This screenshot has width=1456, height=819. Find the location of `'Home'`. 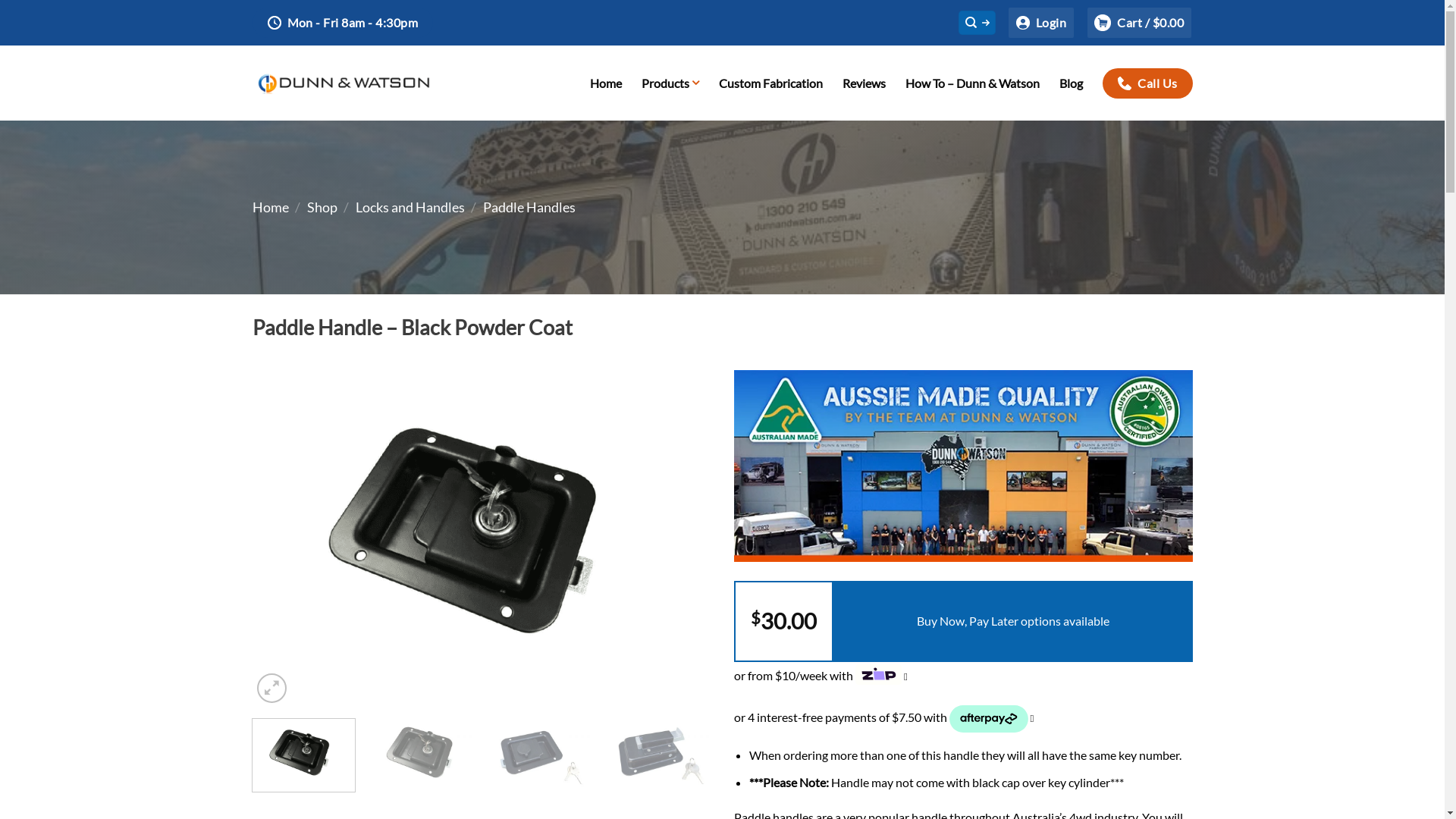

'Home' is located at coordinates (269, 207).